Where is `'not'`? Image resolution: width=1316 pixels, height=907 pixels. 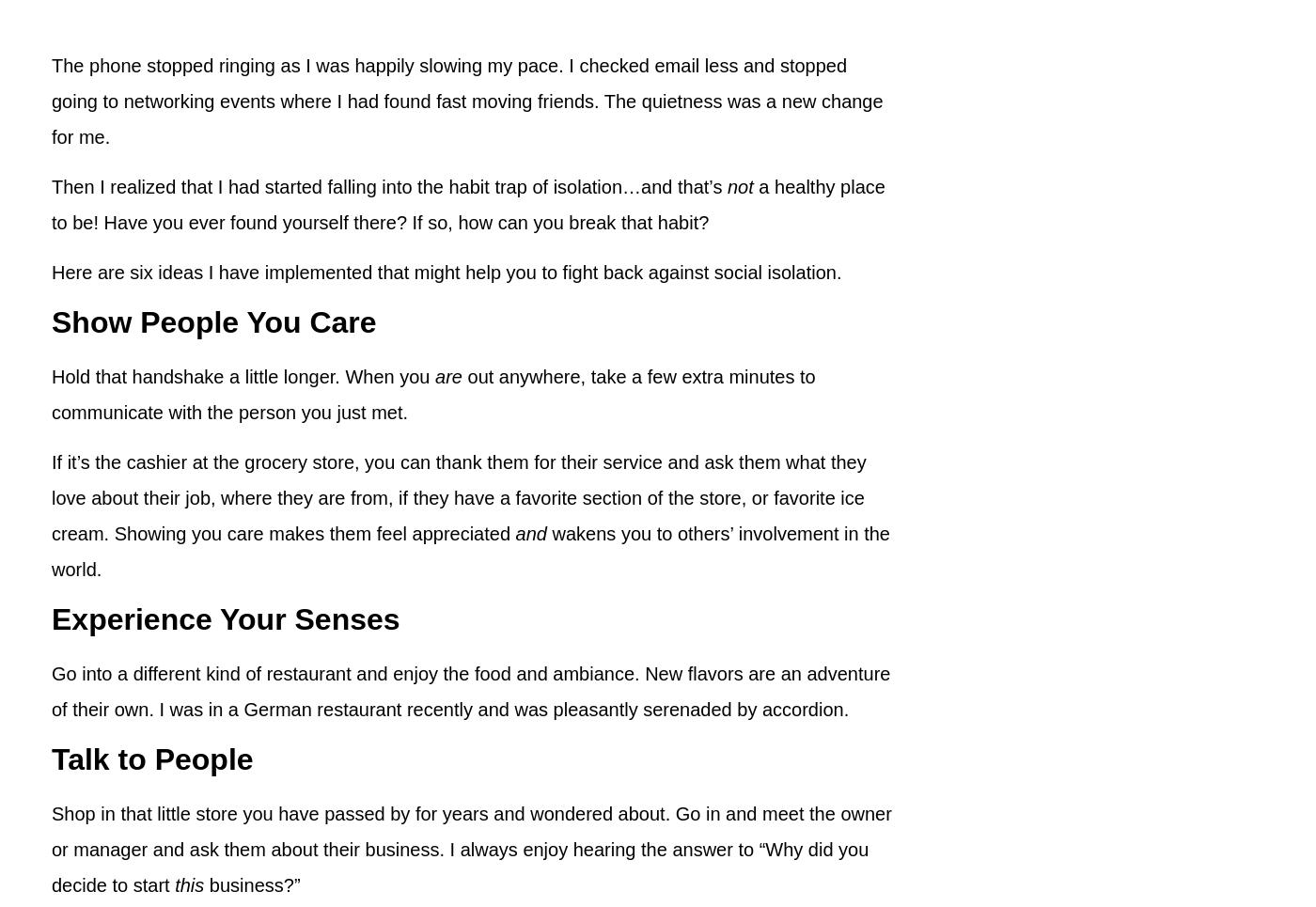
'not' is located at coordinates (739, 186).